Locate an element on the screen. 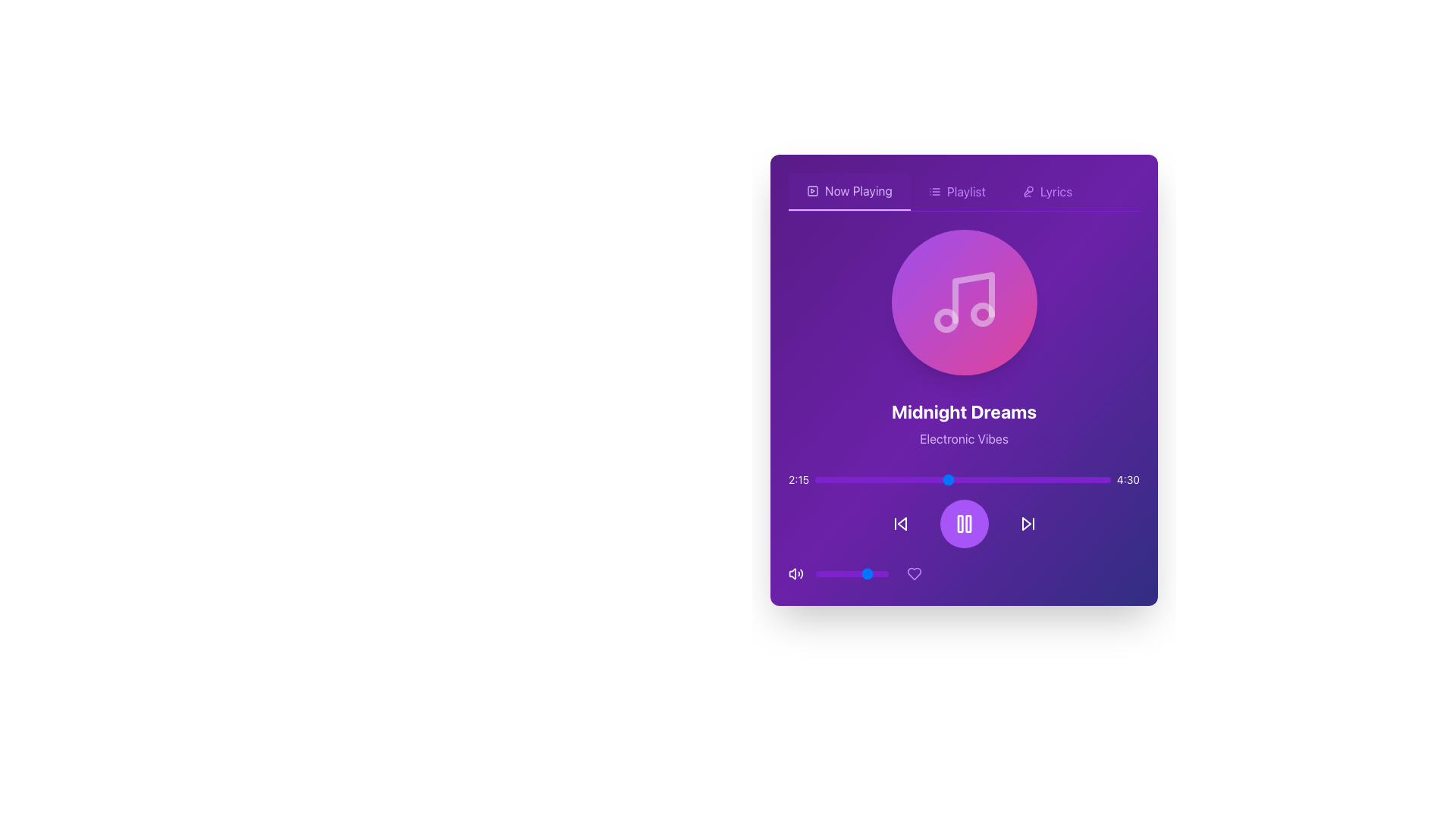 This screenshot has width=1456, height=819. the 'Lyrics' button, which is a stylized button featuring the text 'Lyrics' and a microphone icon, located in the top-right corner of the panel is located at coordinates (1046, 191).